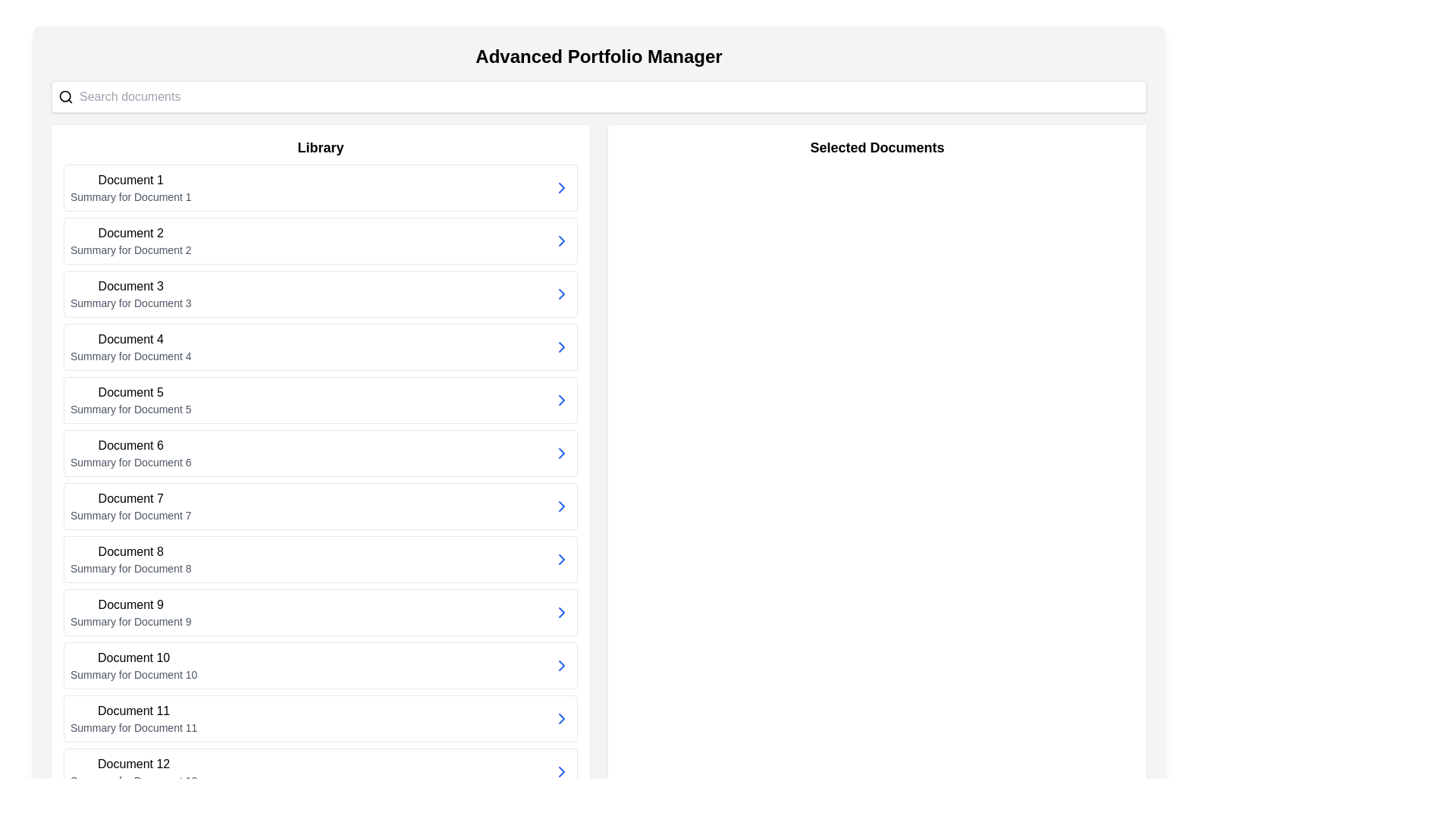 This screenshot has width=1456, height=819. Describe the element at coordinates (560, 559) in the screenshot. I see `the right-facing blue arrow icon located in the 'Library' section, which indicates a forward action for 'Document 9'` at that location.